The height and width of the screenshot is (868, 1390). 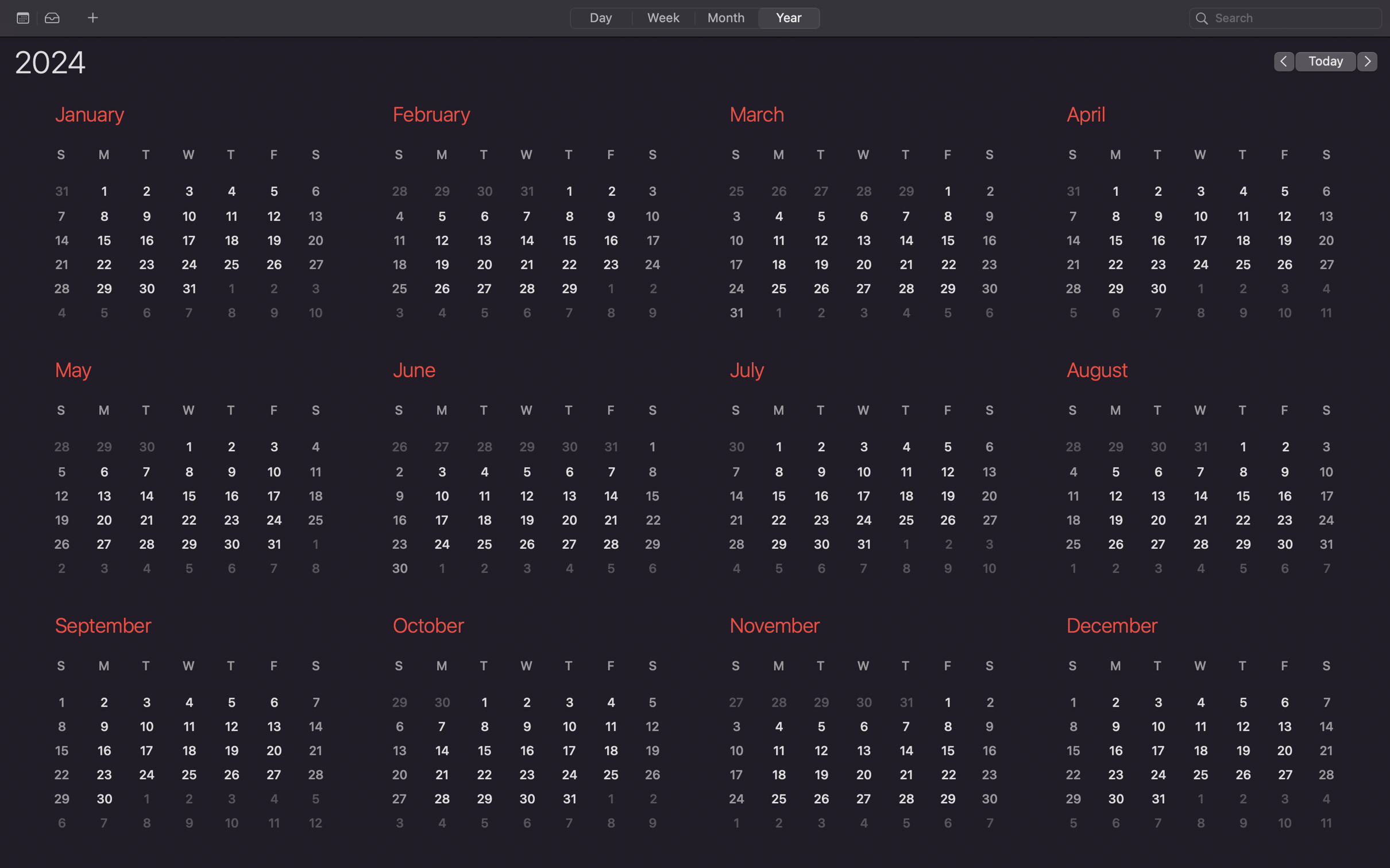 What do you see at coordinates (523, 216) in the screenshot?
I see `the February section of the calendar to check scheduled tasks` at bounding box center [523, 216].